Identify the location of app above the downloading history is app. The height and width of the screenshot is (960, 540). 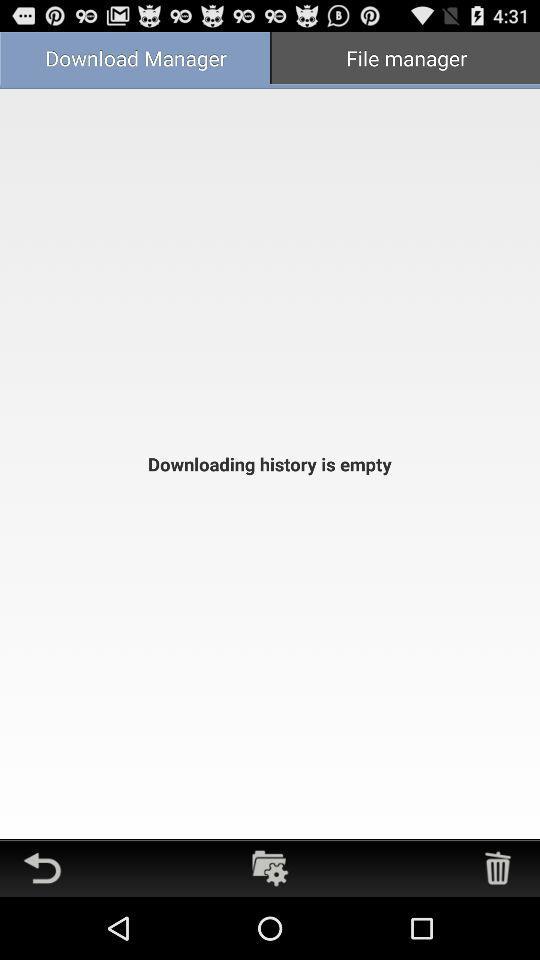
(405, 59).